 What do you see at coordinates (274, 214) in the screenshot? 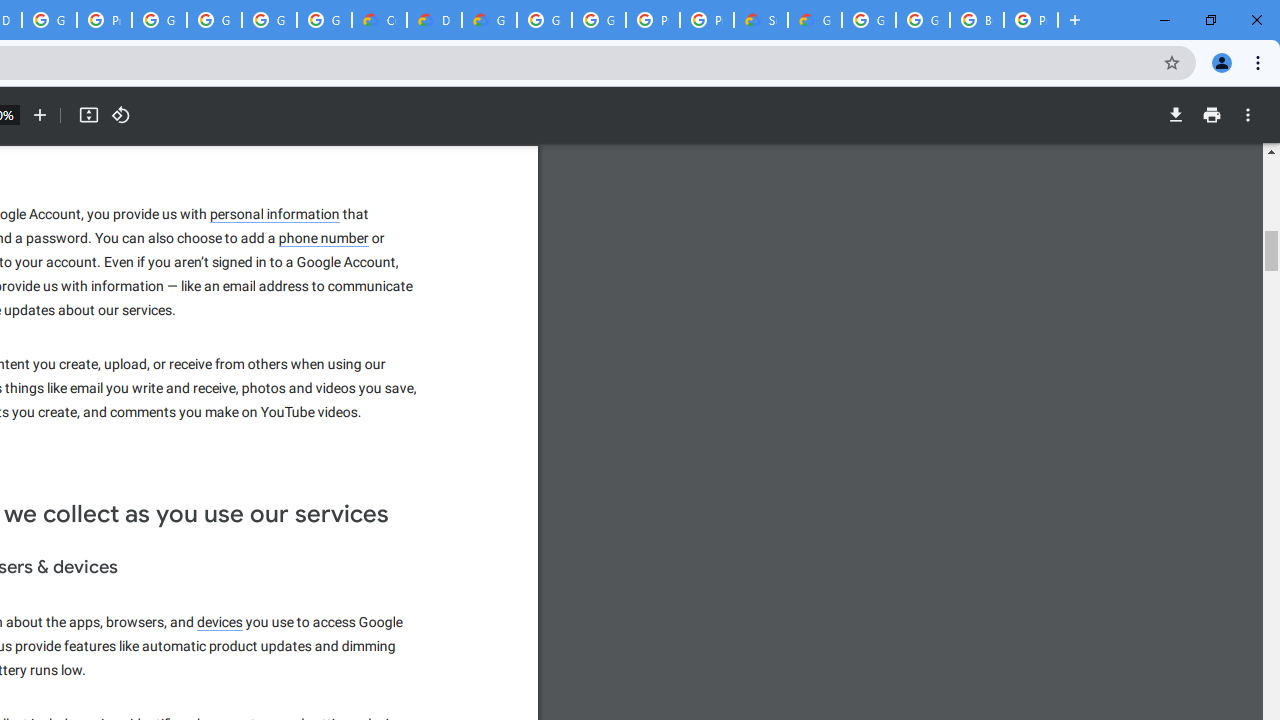
I see `'personal information'` at bounding box center [274, 214].